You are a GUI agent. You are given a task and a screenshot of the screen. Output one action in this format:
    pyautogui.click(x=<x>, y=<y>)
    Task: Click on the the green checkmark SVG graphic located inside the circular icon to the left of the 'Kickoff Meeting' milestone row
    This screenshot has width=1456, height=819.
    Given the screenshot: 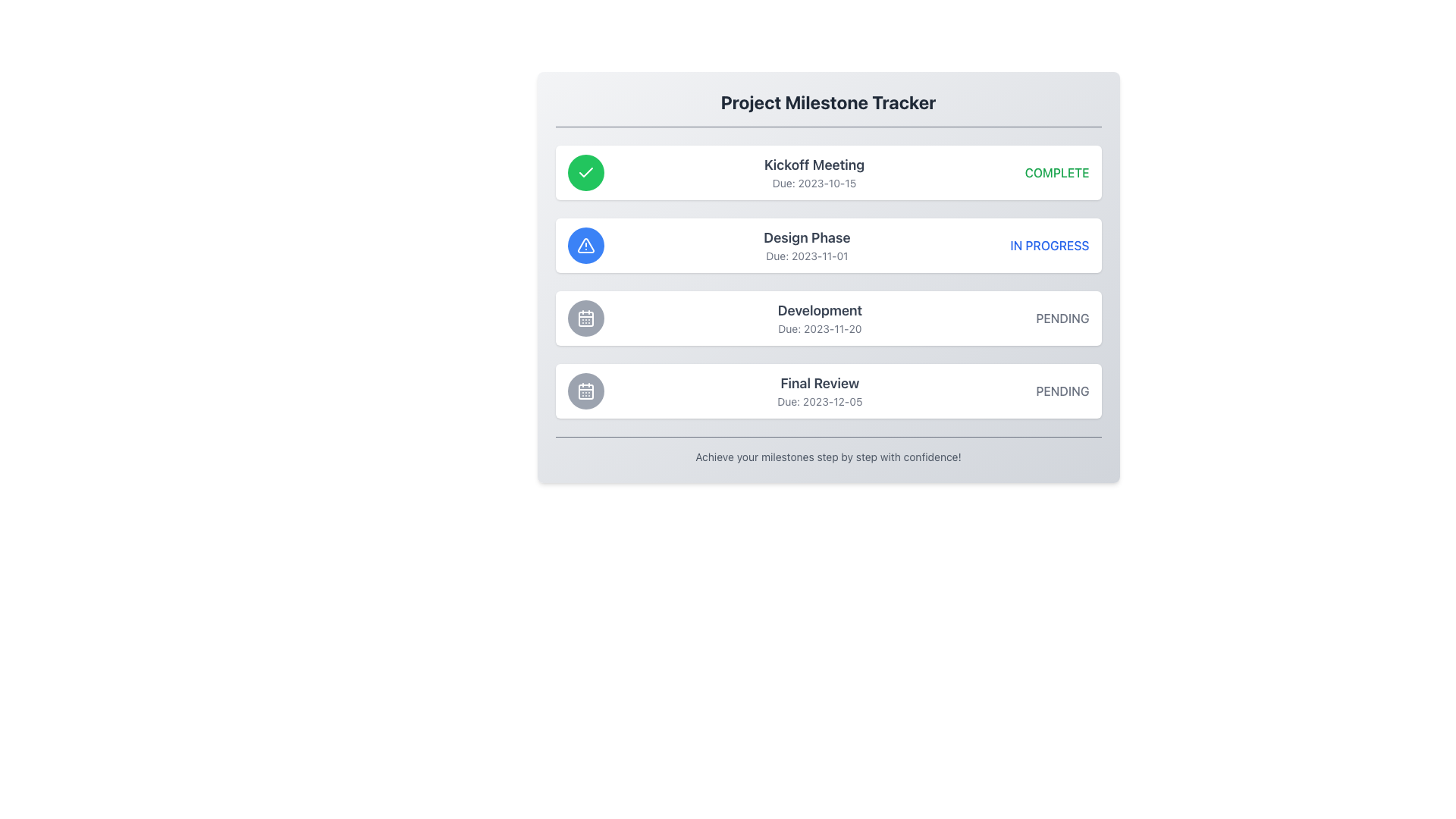 What is the action you would take?
    pyautogui.click(x=585, y=171)
    